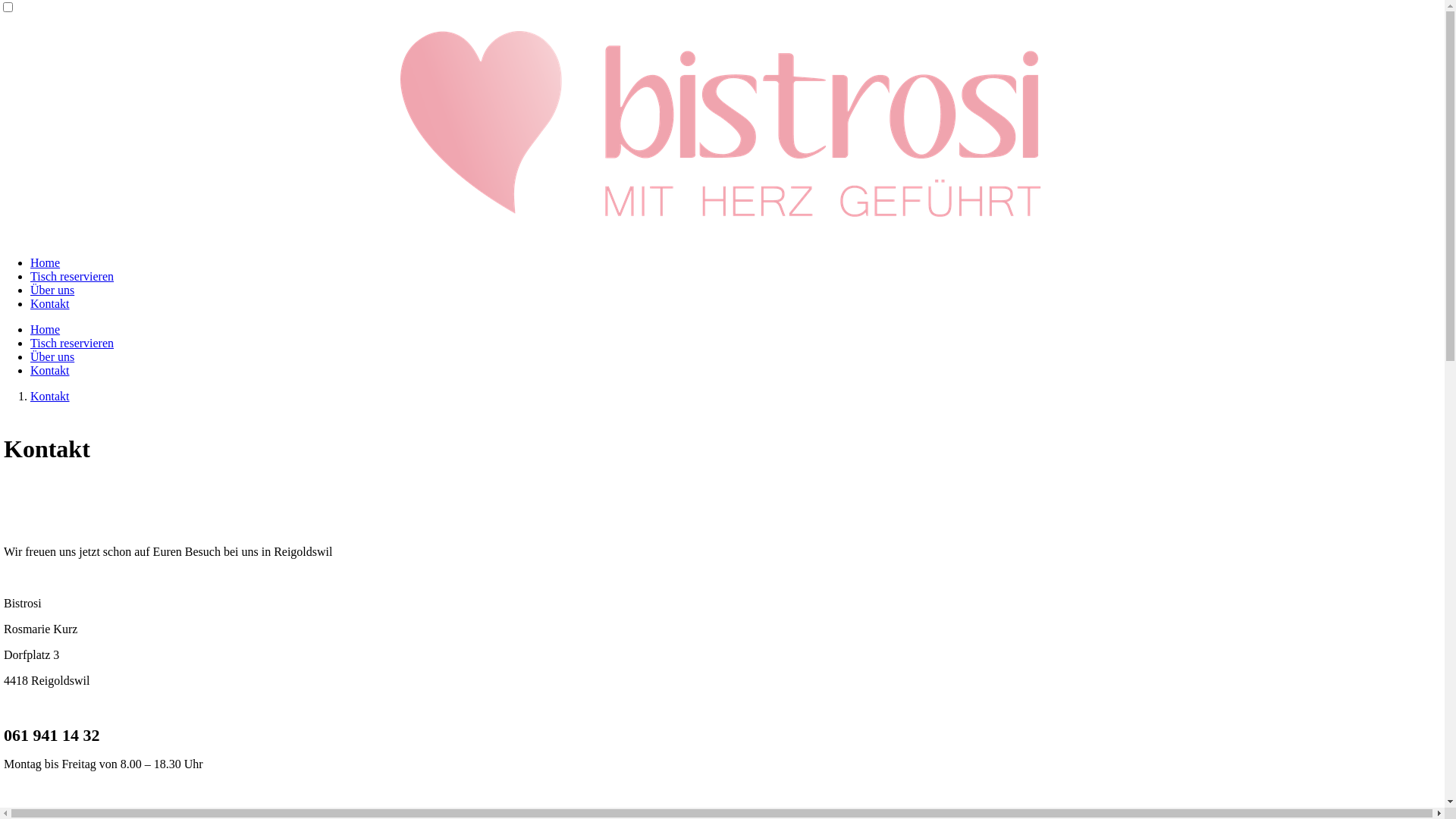 The height and width of the screenshot is (819, 1456). What do you see at coordinates (30, 370) in the screenshot?
I see `'Kontakt'` at bounding box center [30, 370].